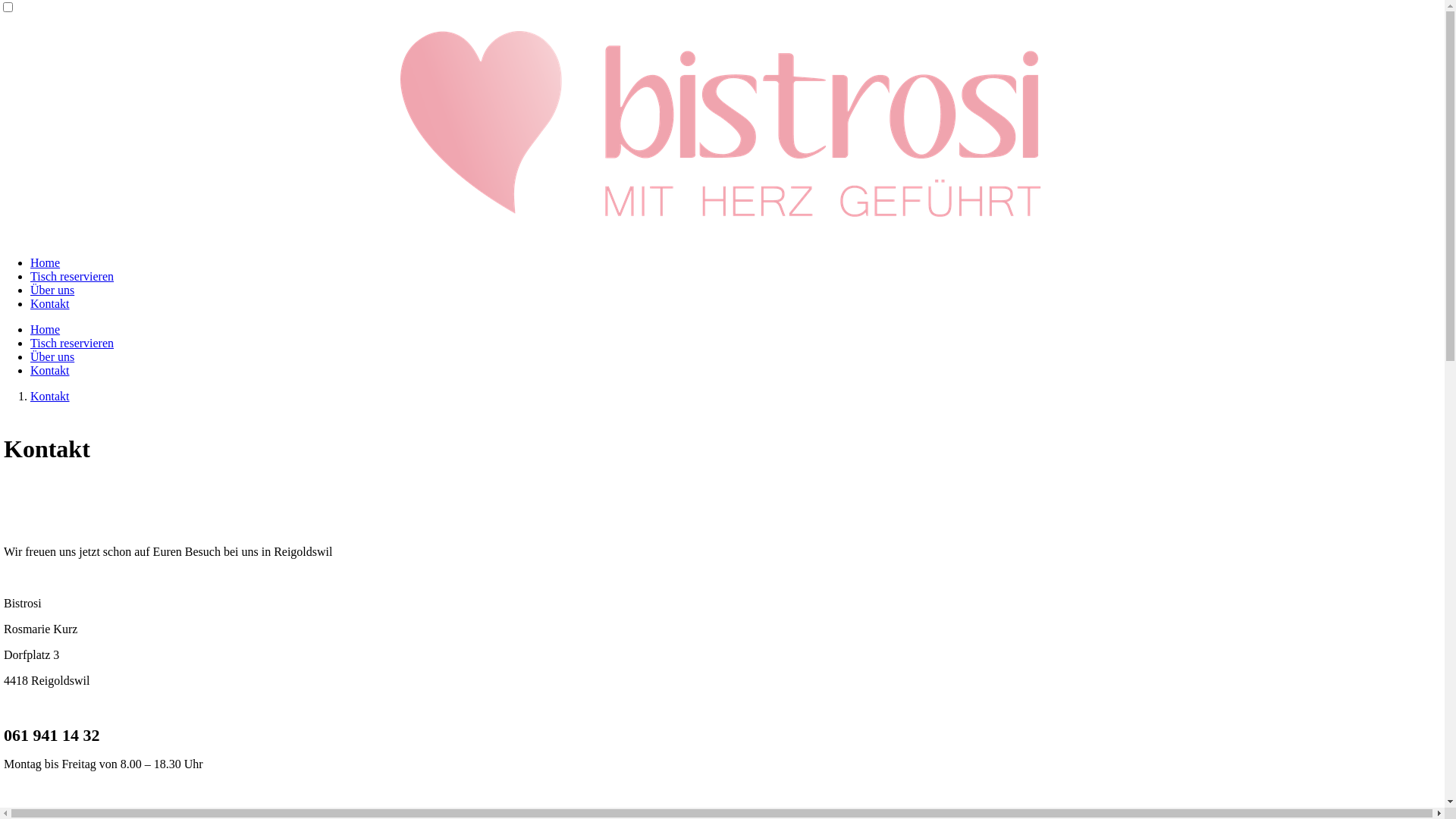 The height and width of the screenshot is (819, 1456). What do you see at coordinates (30, 370) in the screenshot?
I see `'Kontakt'` at bounding box center [30, 370].